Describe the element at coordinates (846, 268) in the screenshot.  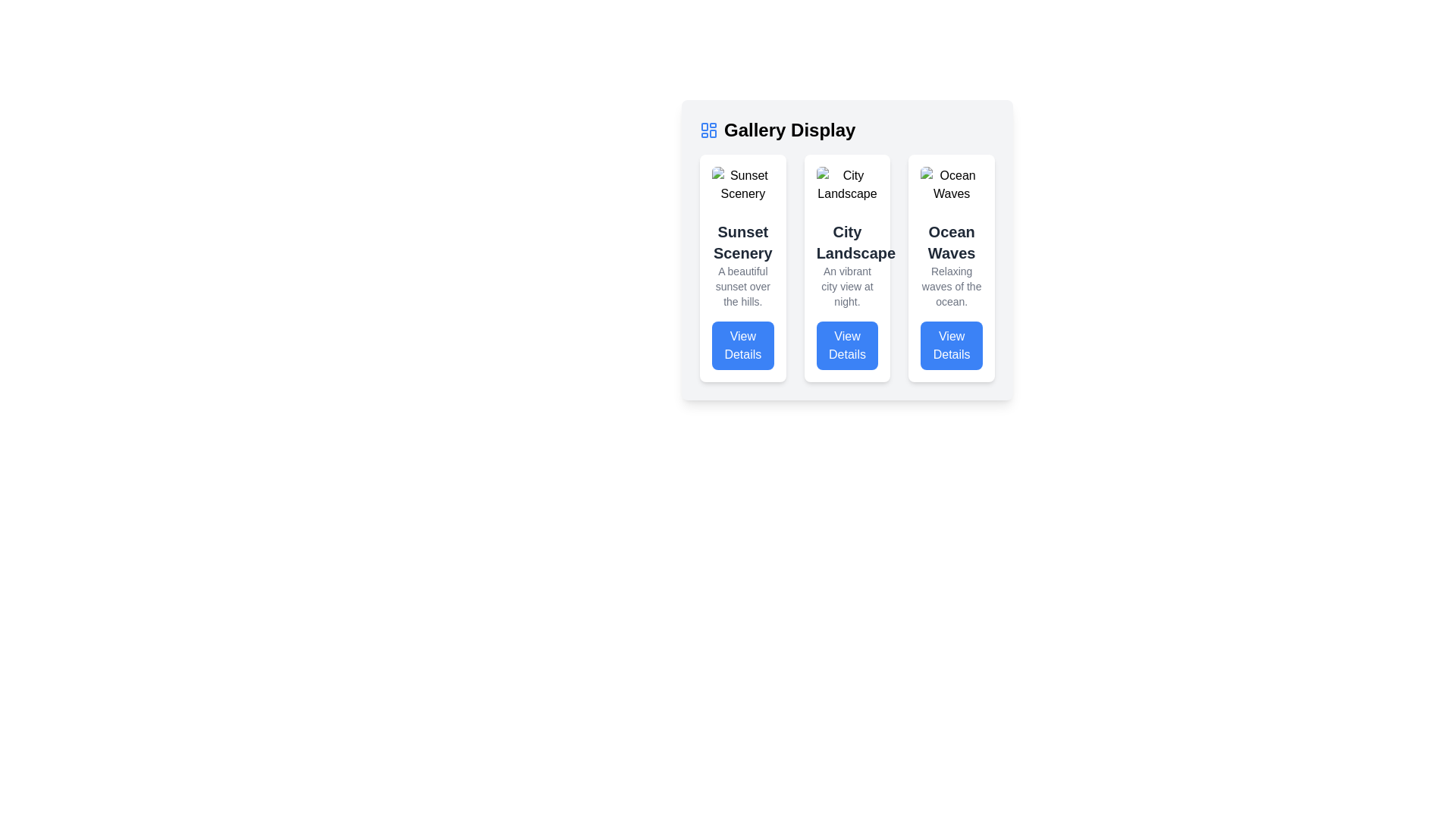
I see `the second card in the grid layout that features a white background, rounded corners, and a blue button labeled 'View Details'` at that location.